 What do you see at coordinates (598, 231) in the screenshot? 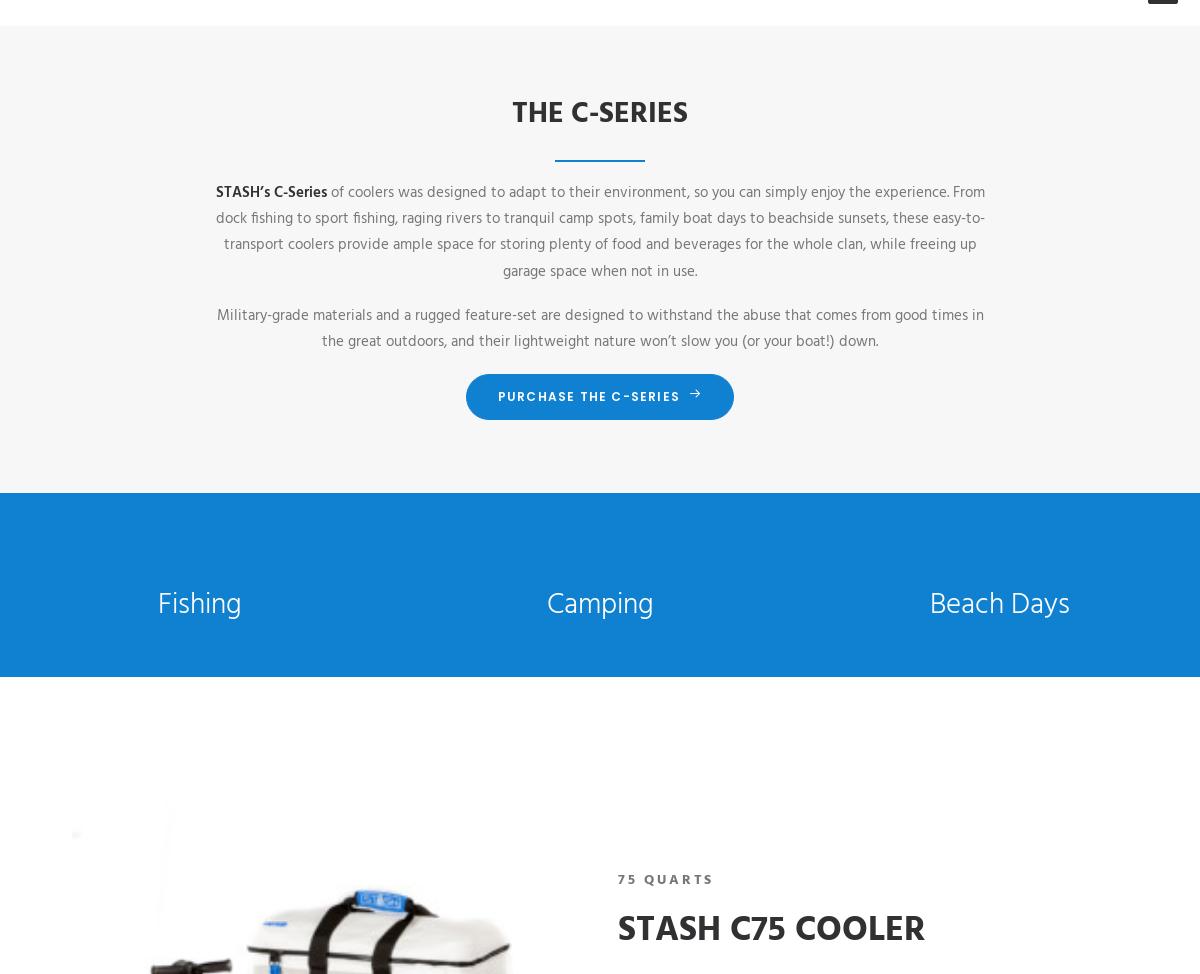
I see `'of coolers was designed to adapt to their environment, so you can simply enjoy the experience. From dock fishing to sport fishing, raging rivers to tranquil camp spots, family boat days to beachside sunsets, these easy-to-transport coolers provide ample space for storing plenty of food and beverages for the whole clan, while freeing up garage space when not in use.'` at bounding box center [598, 231].